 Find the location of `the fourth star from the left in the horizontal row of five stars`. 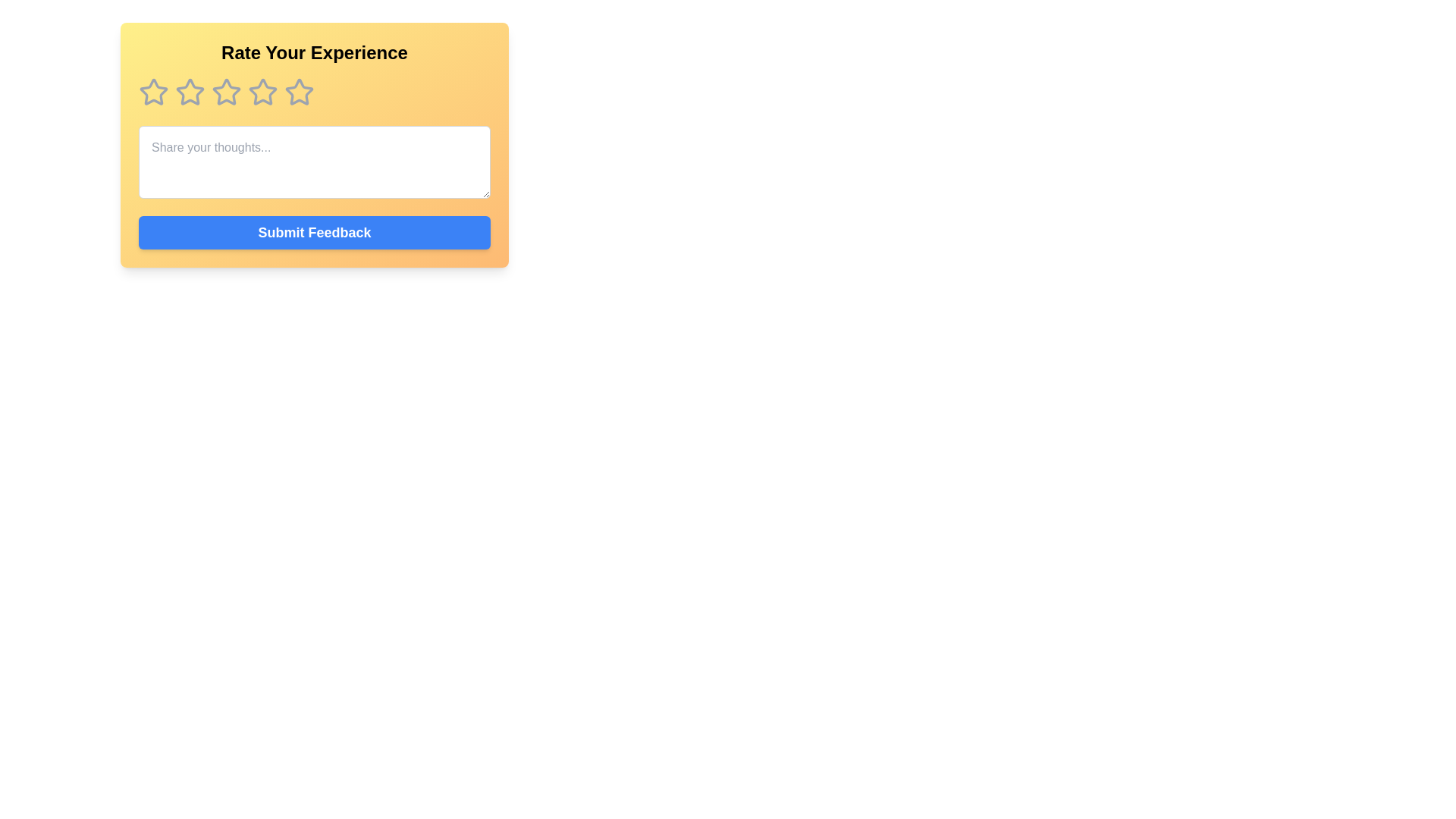

the fourth star from the left in the horizontal row of five stars is located at coordinates (225, 93).